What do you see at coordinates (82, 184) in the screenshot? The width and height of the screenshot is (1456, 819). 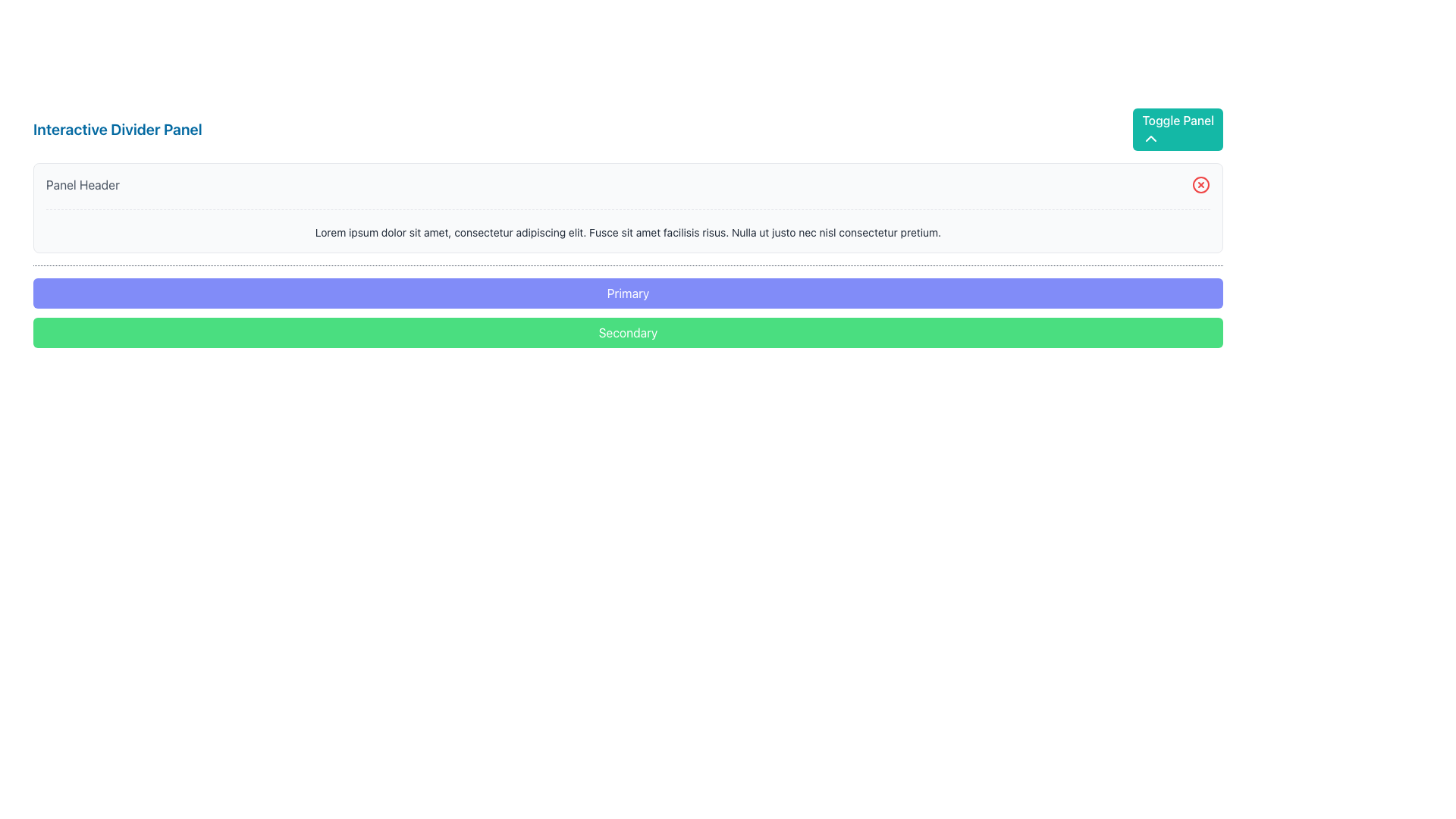 I see `label element located at the top-left corner of the panel that indicates its content or purpose to the user` at bounding box center [82, 184].